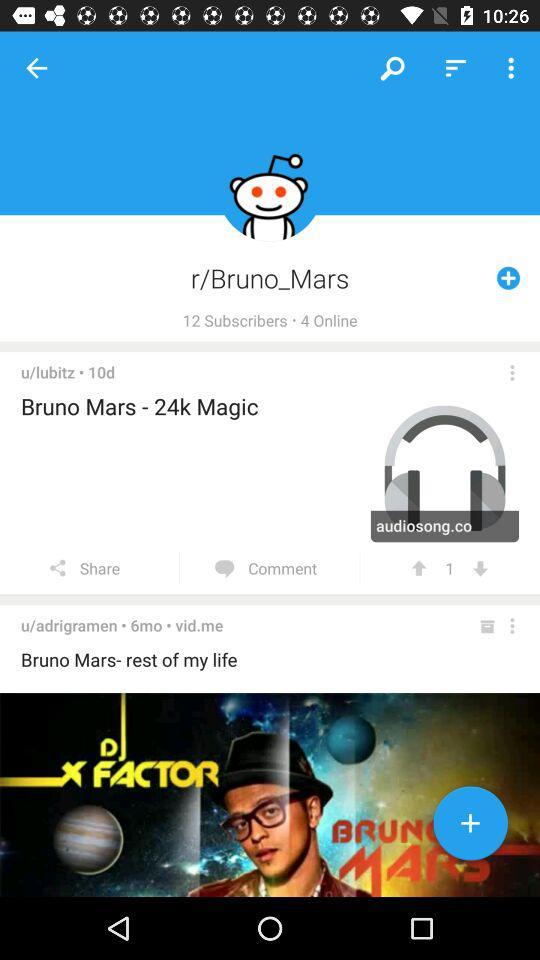 The width and height of the screenshot is (540, 960). Describe the element at coordinates (512, 371) in the screenshot. I see `song options` at that location.